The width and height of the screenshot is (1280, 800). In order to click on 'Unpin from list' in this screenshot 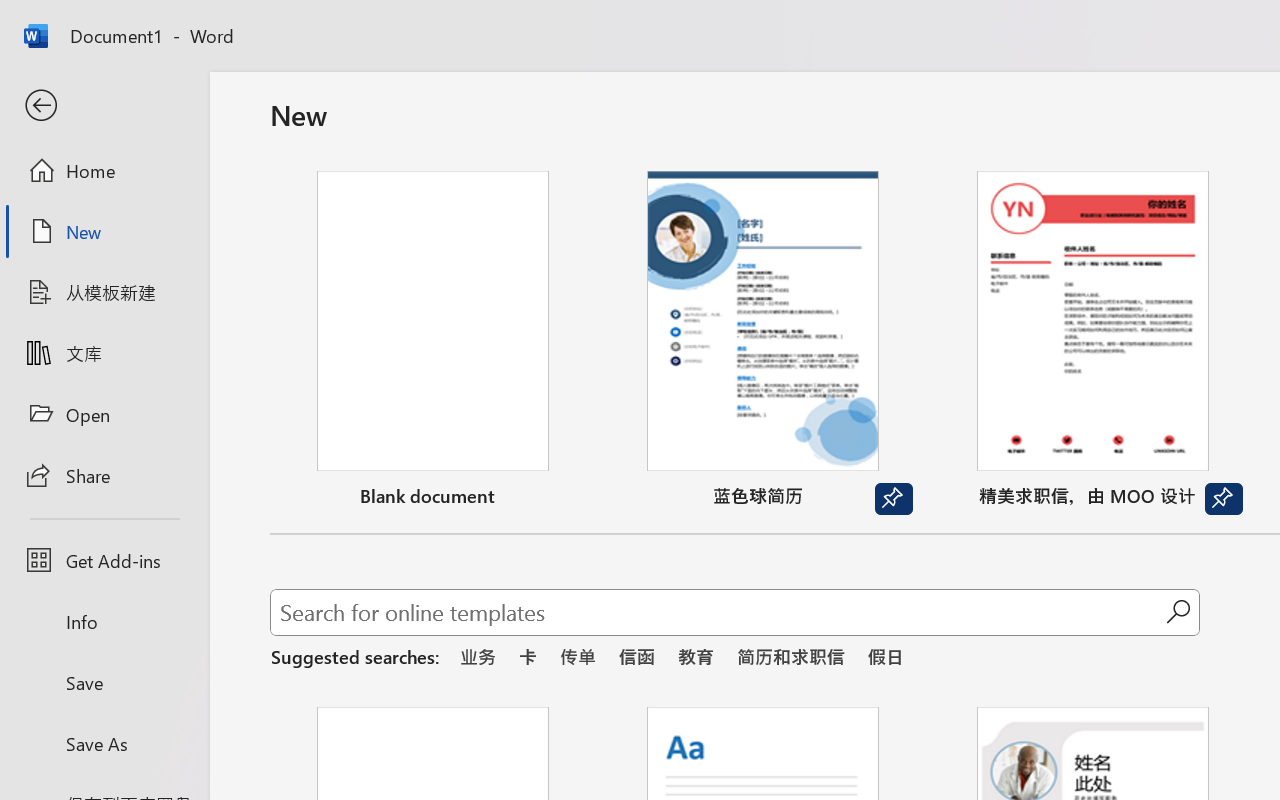, I will do `click(1222, 499)`.